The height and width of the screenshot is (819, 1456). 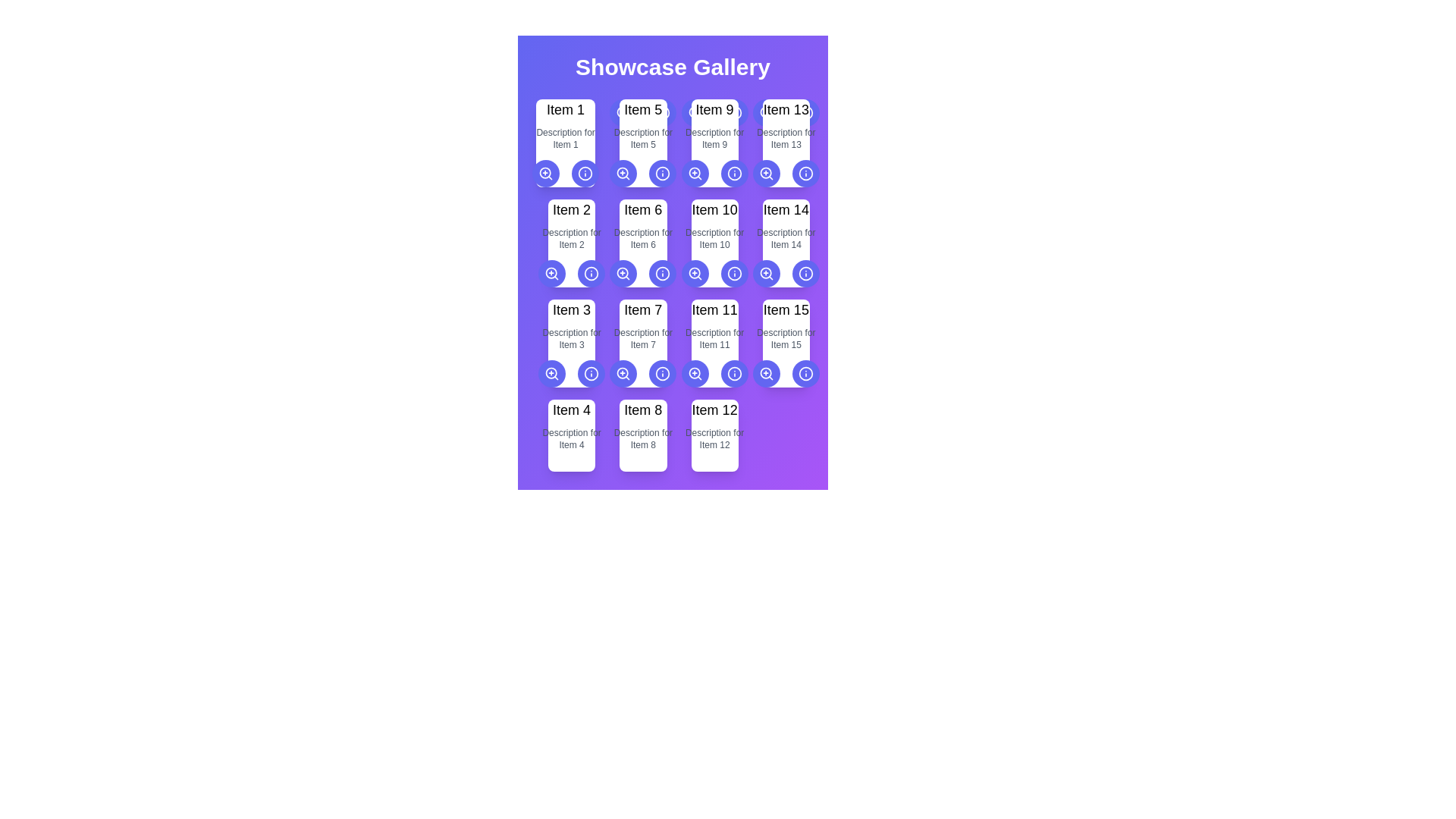 What do you see at coordinates (565, 143) in the screenshot?
I see `the Text block displaying 'Item 1' and its description 'Description for Item 1', located in the top left corner of the grid under the 'Showcase Gallery' header` at bounding box center [565, 143].